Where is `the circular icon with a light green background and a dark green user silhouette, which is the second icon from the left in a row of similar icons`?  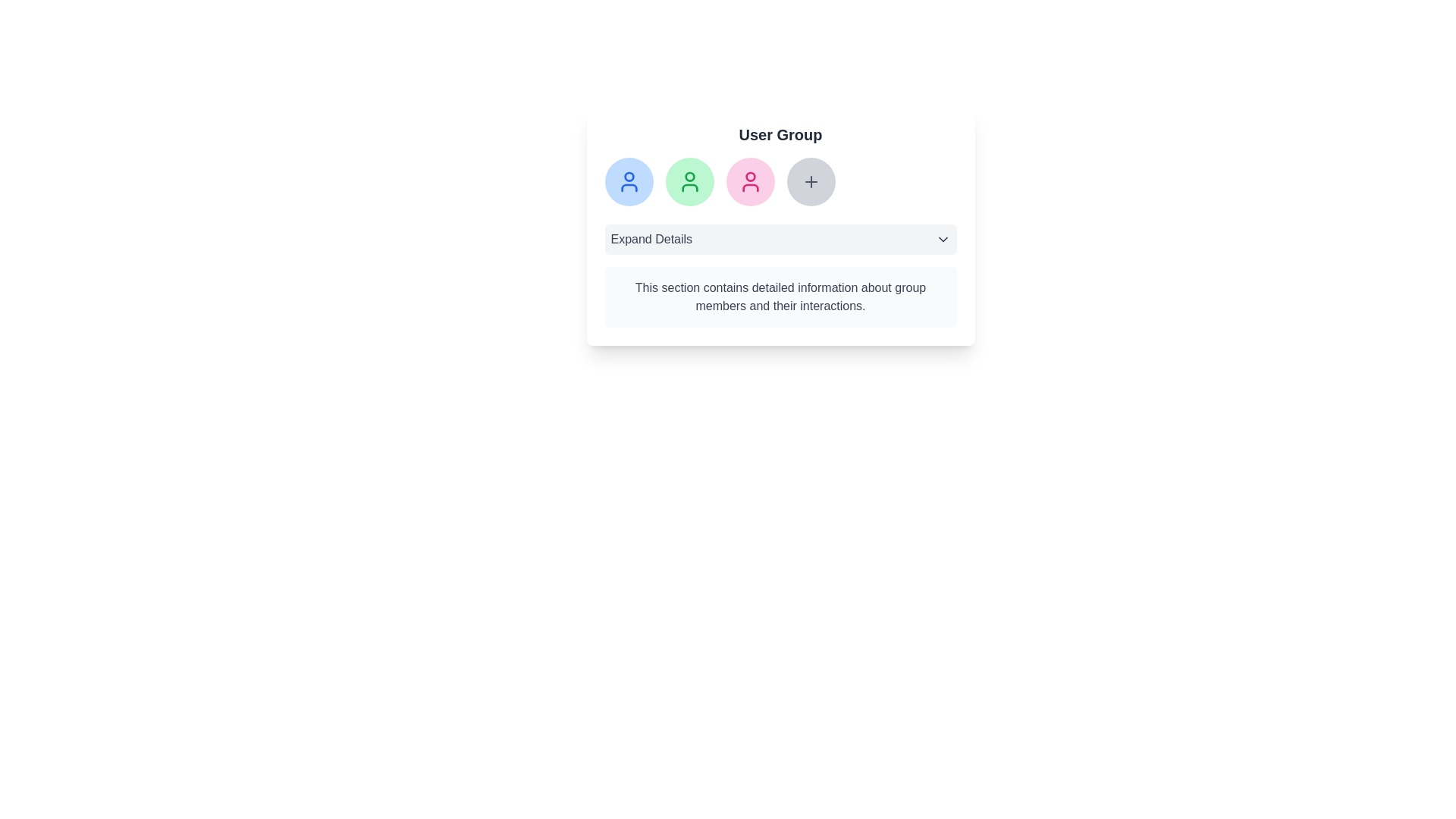 the circular icon with a light green background and a dark green user silhouette, which is the second icon from the left in a row of similar icons is located at coordinates (689, 180).